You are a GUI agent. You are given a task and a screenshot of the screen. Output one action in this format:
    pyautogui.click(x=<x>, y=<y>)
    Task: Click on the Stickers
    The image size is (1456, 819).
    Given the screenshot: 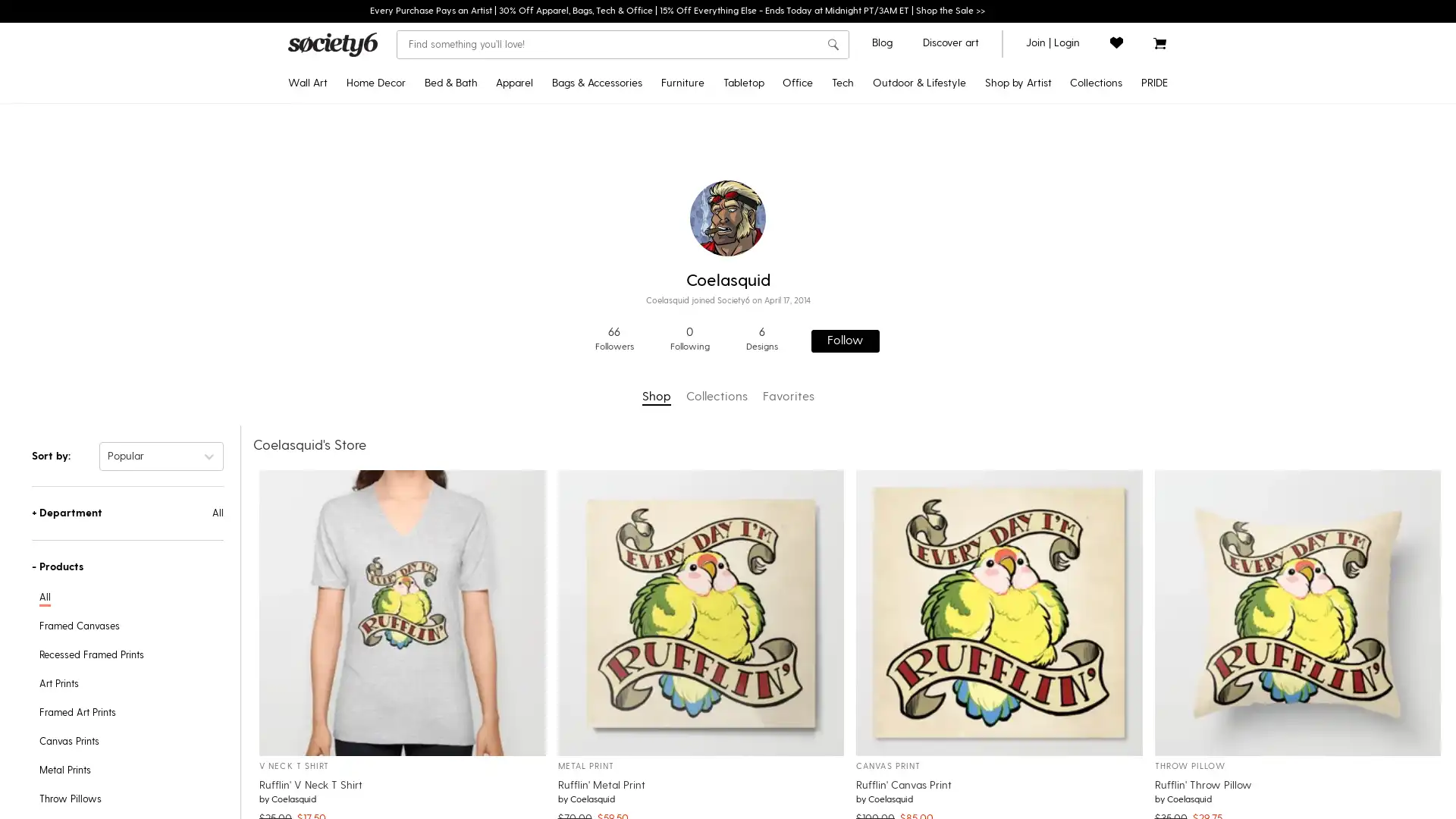 What is the action you would take?
    pyautogui.click(x=835, y=146)
    